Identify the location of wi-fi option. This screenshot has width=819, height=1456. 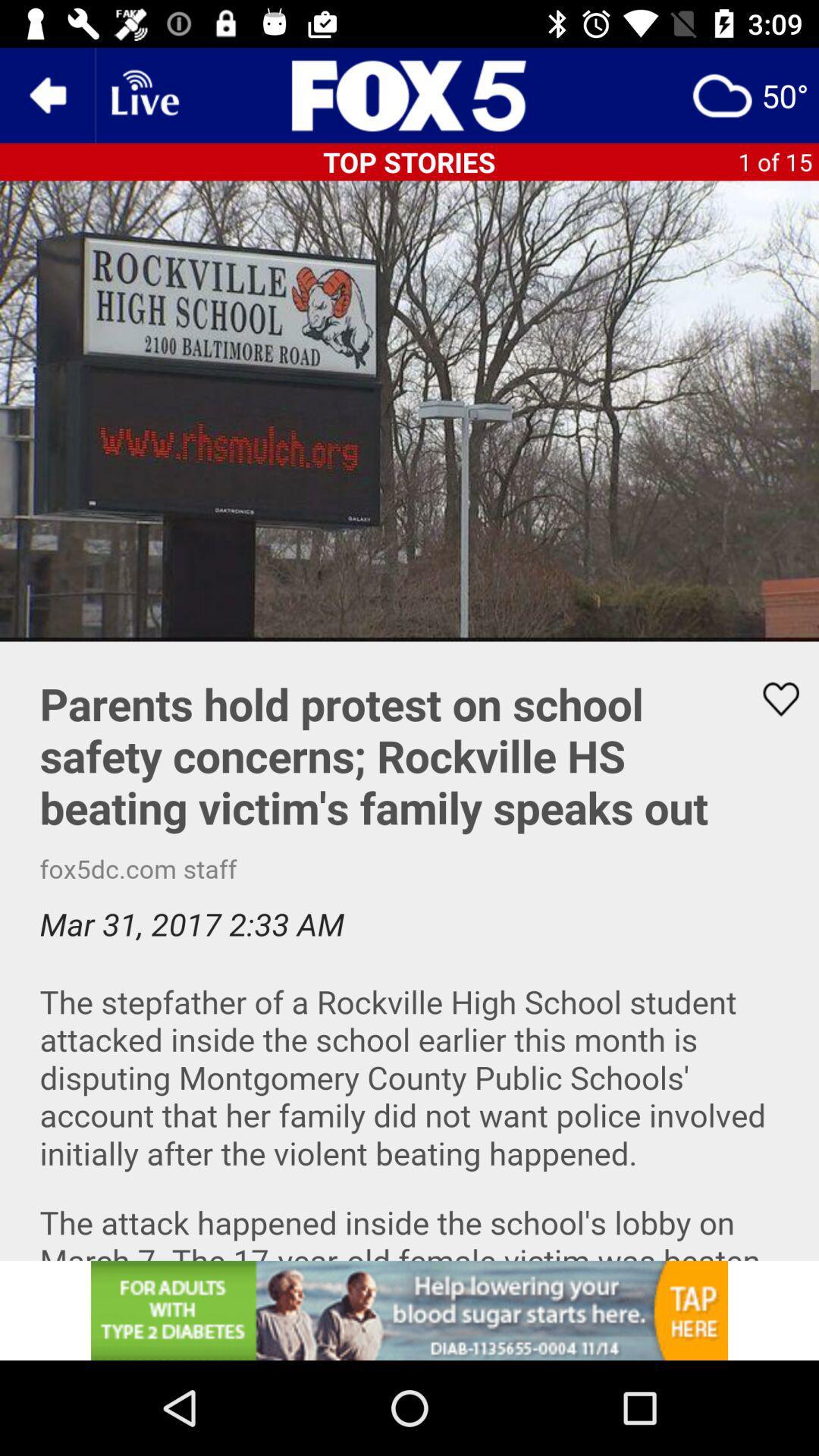
(143, 94).